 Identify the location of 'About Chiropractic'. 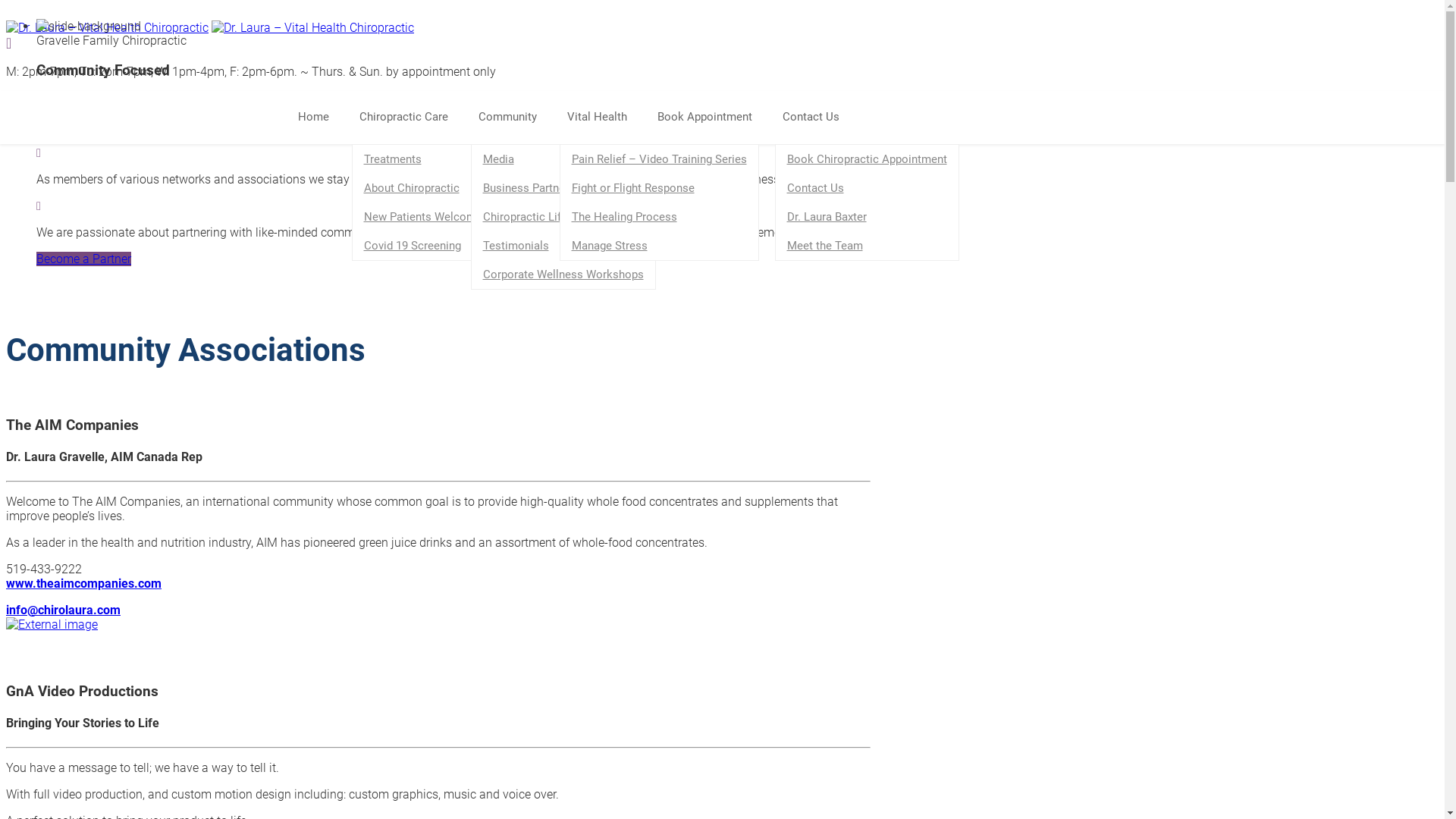
(422, 187).